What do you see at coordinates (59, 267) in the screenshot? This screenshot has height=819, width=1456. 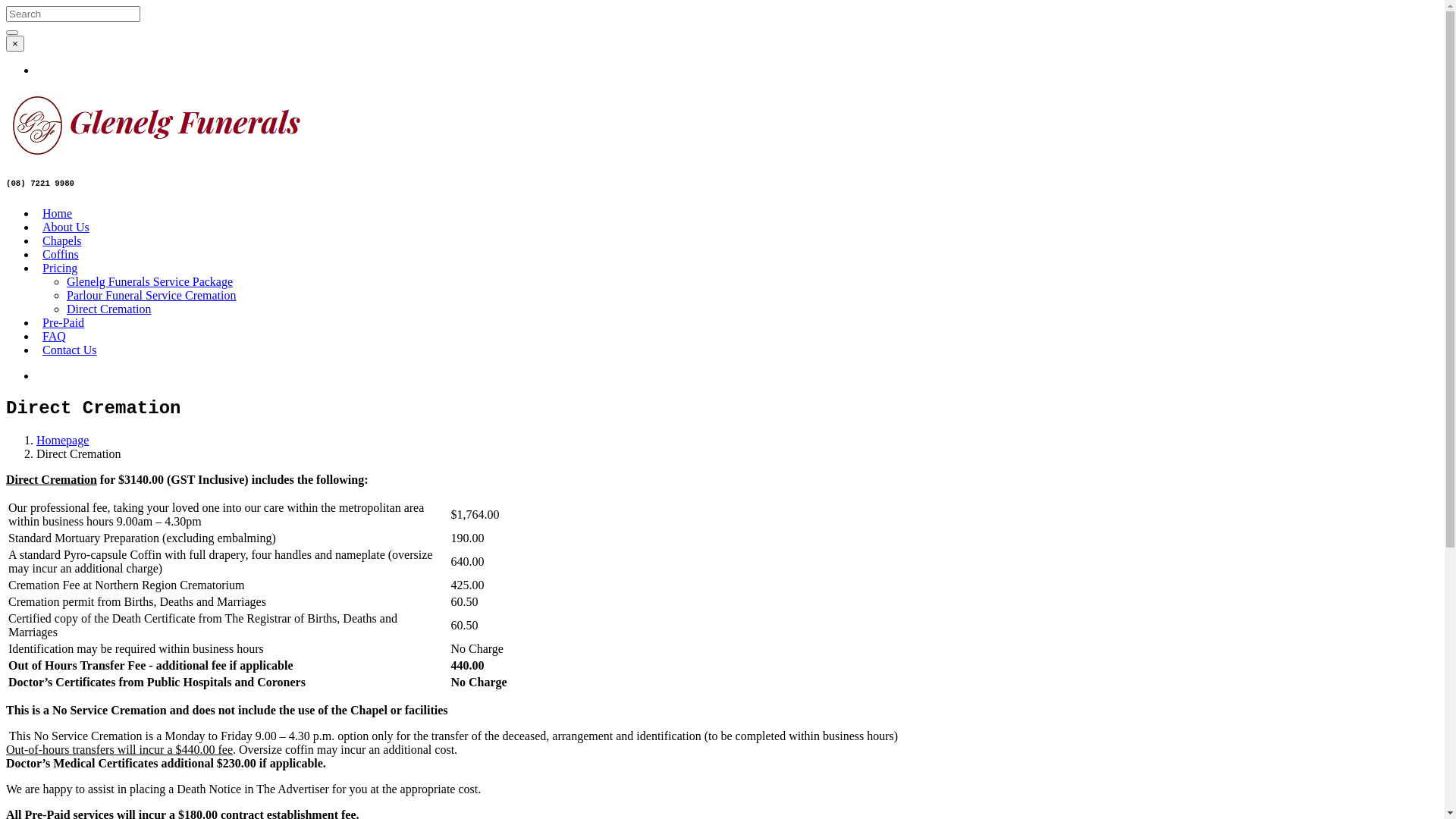 I see `'Pricing'` at bounding box center [59, 267].